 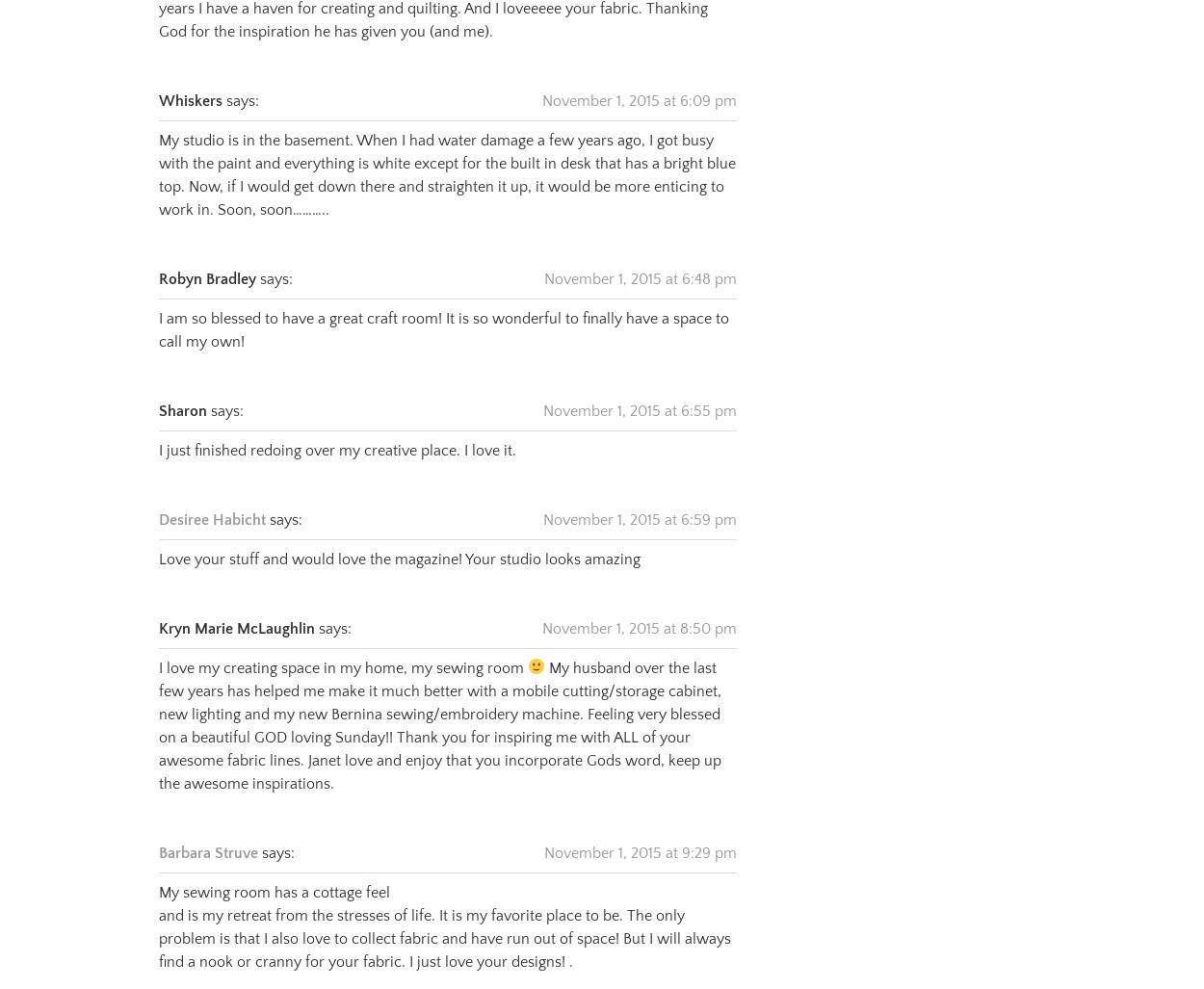 I want to click on 'Kryn Marie McLaughlin', so click(x=236, y=605).